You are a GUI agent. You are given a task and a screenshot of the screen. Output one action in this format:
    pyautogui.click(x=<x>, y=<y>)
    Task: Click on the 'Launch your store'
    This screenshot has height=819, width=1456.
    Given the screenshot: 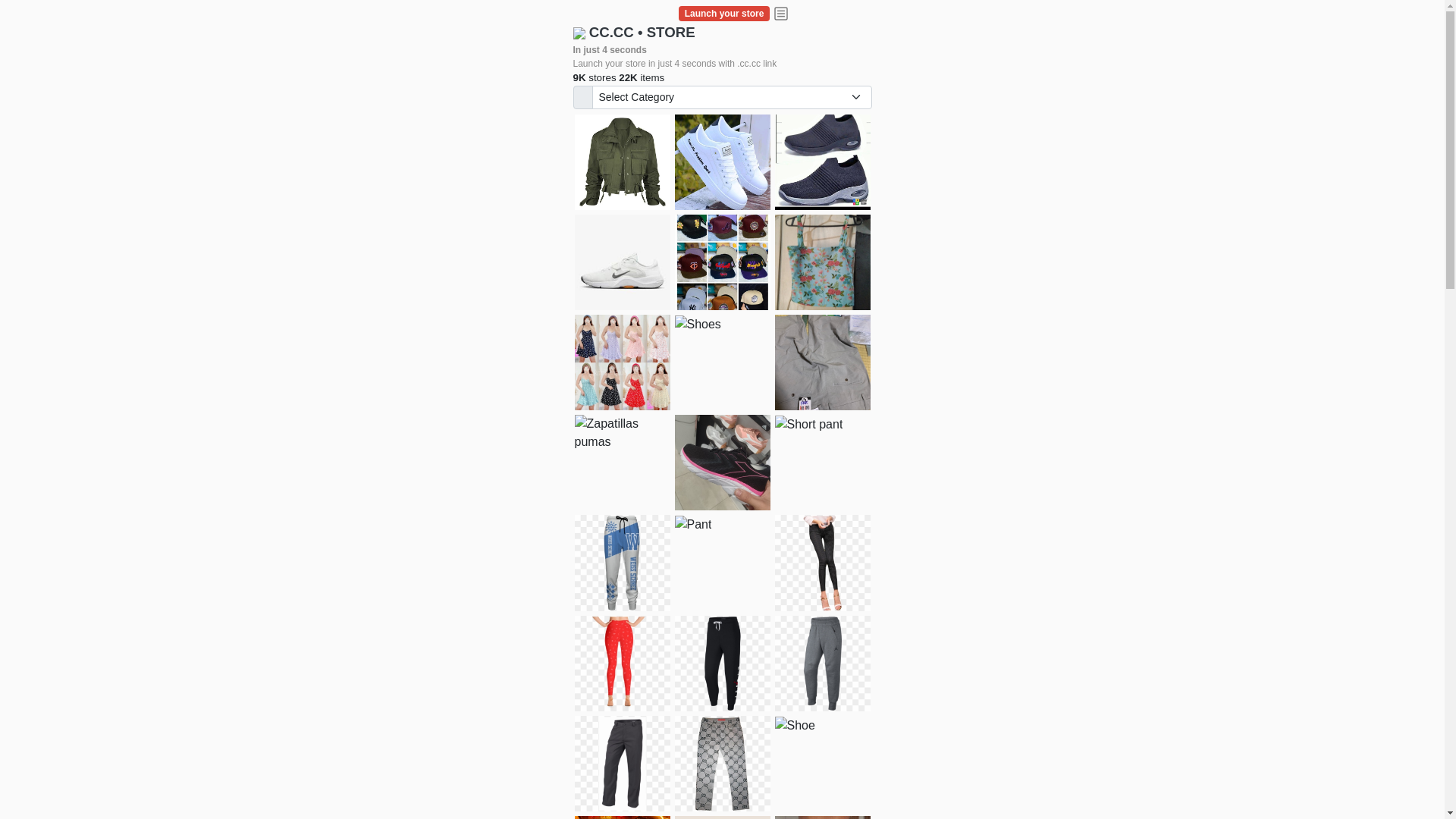 What is the action you would take?
    pyautogui.click(x=677, y=14)
    